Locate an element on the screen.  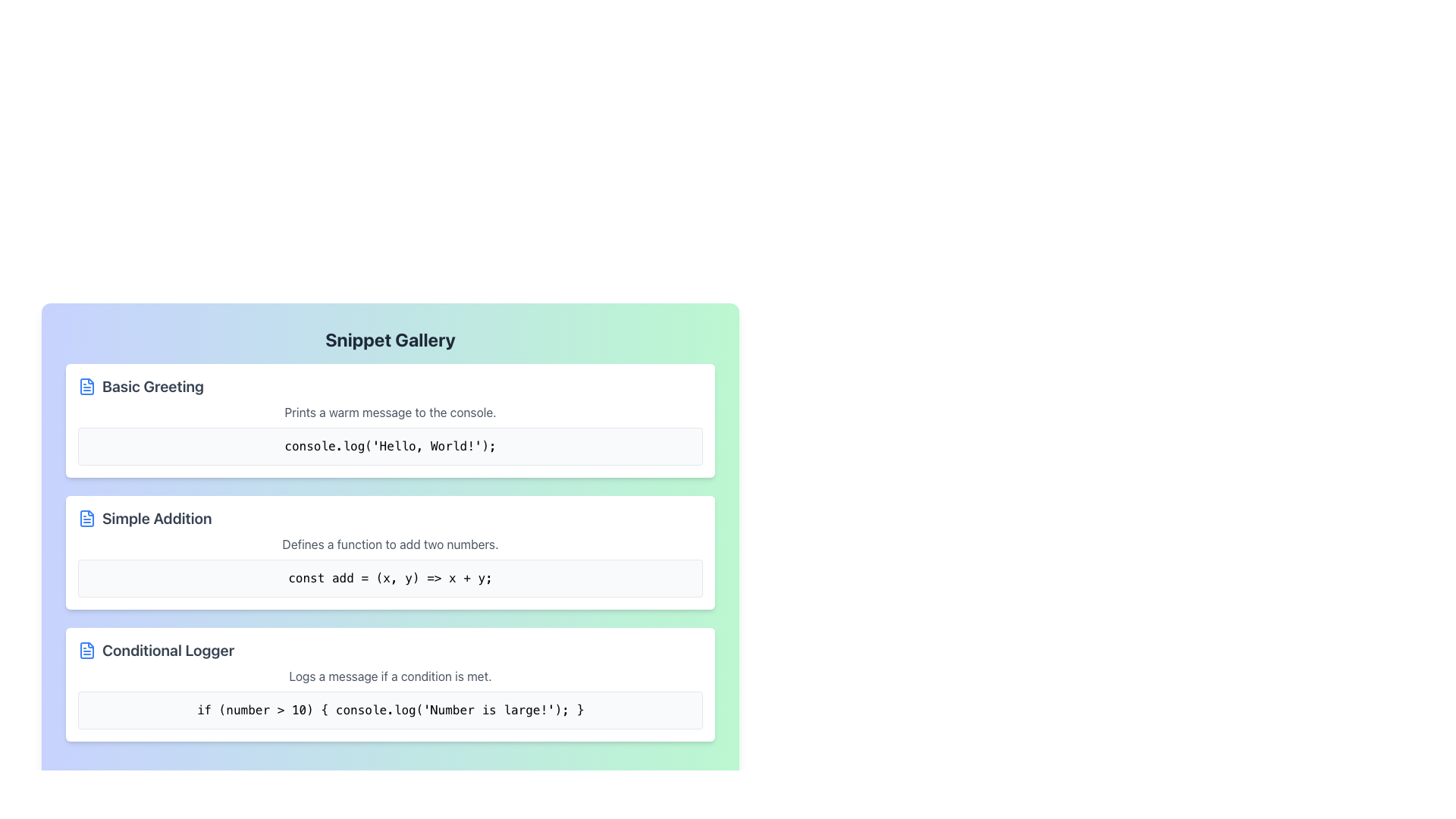
the explanatory text label that describes the functionality of the 'Conditional Logger' snippet, located in the third card of the vertically stacked list of code snippets is located at coordinates (390, 675).